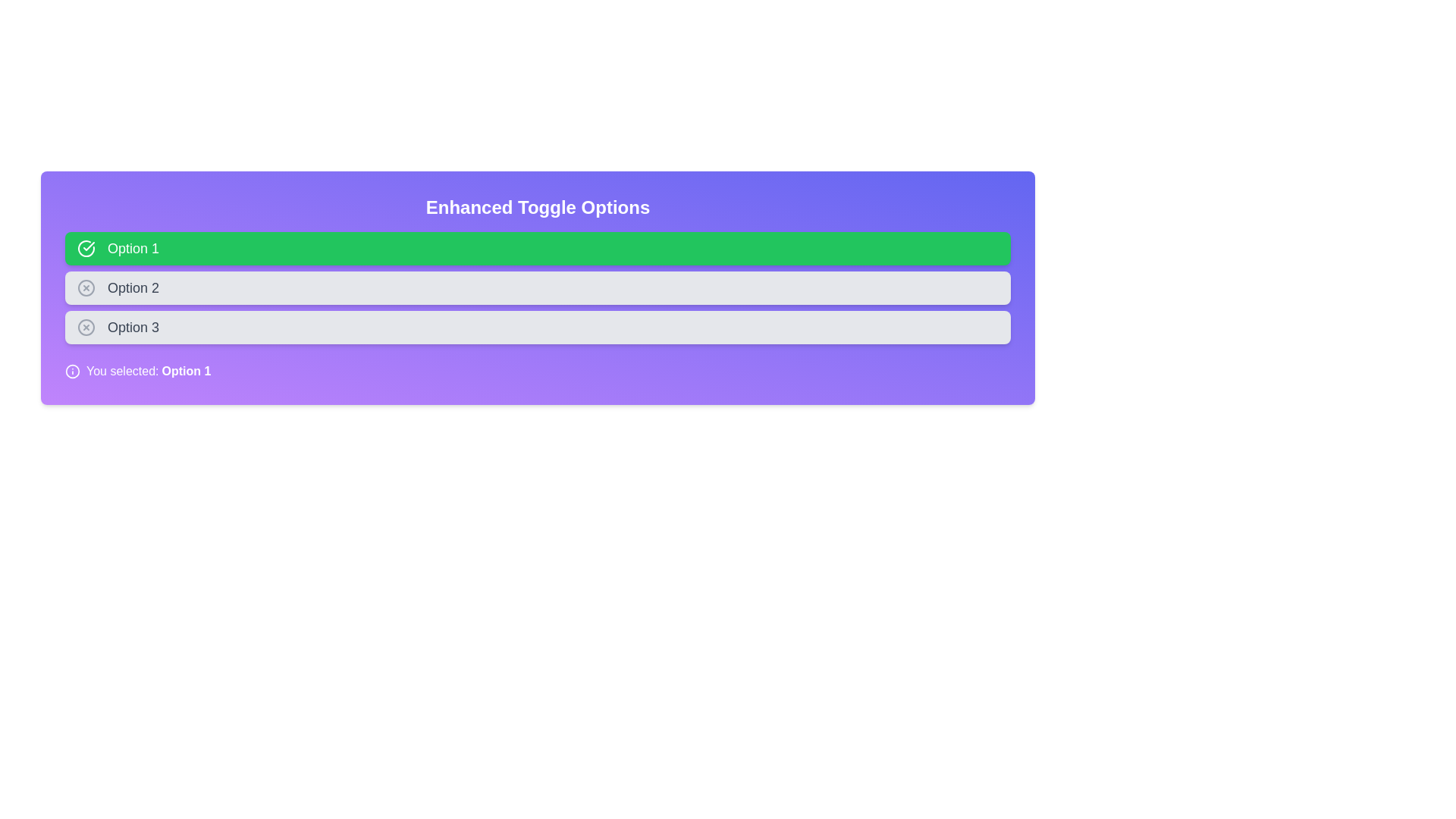 The height and width of the screenshot is (819, 1456). I want to click on the toggle option Option 3, so click(538, 327).